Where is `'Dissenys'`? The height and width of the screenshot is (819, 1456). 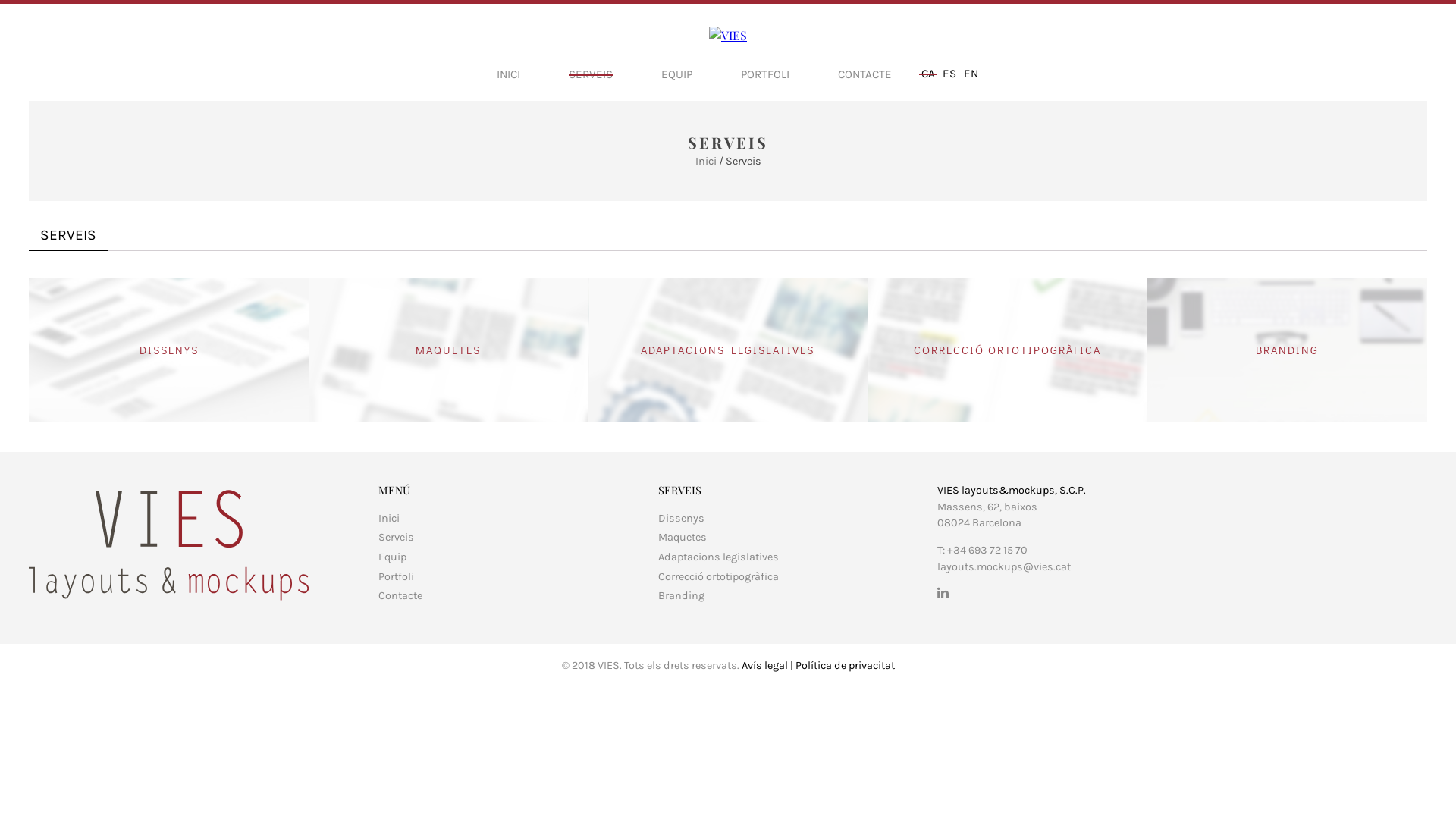 'Dissenys' is located at coordinates (680, 517).